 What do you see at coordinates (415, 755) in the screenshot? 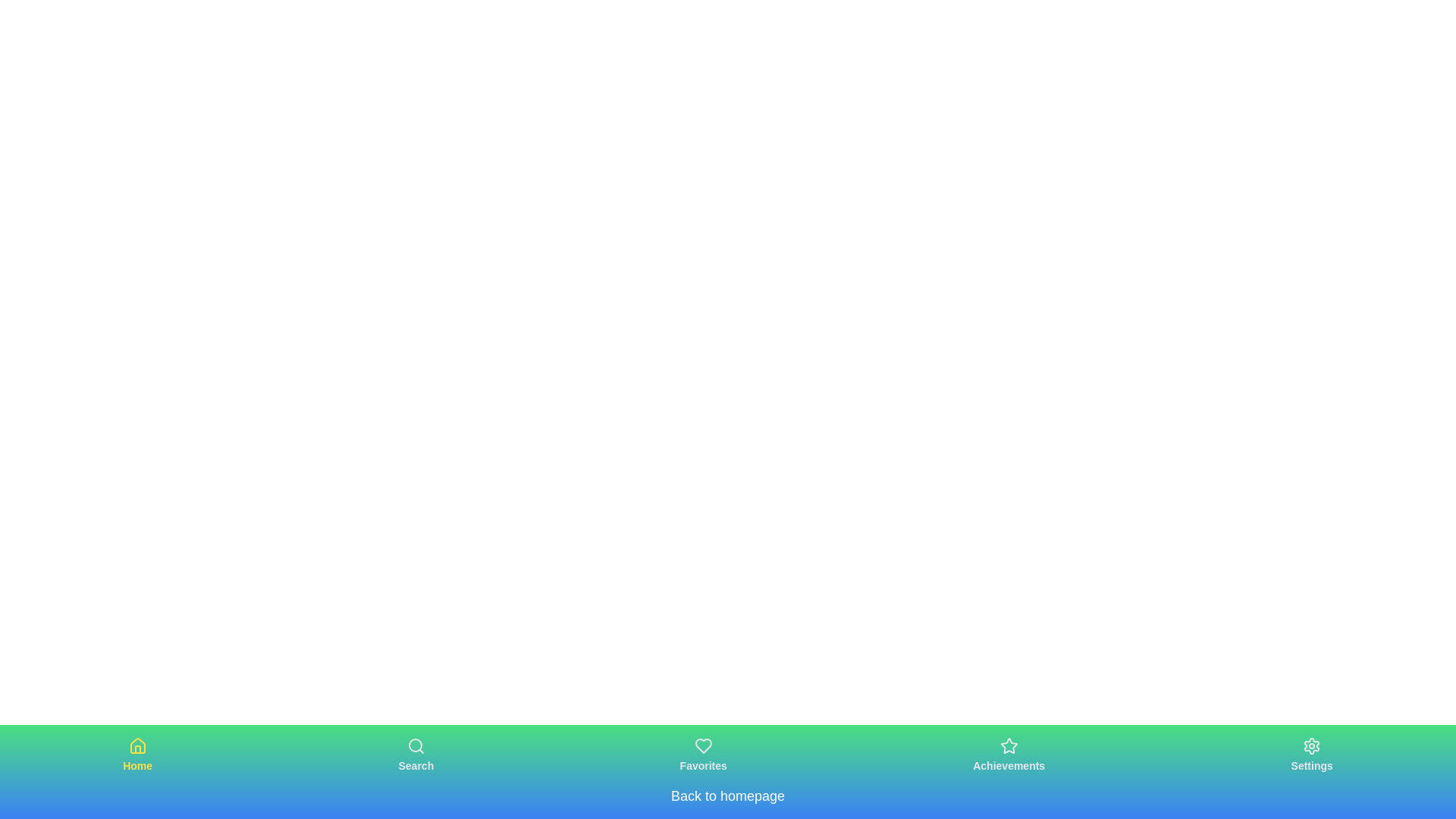
I see `the tab labeled Search` at bounding box center [415, 755].